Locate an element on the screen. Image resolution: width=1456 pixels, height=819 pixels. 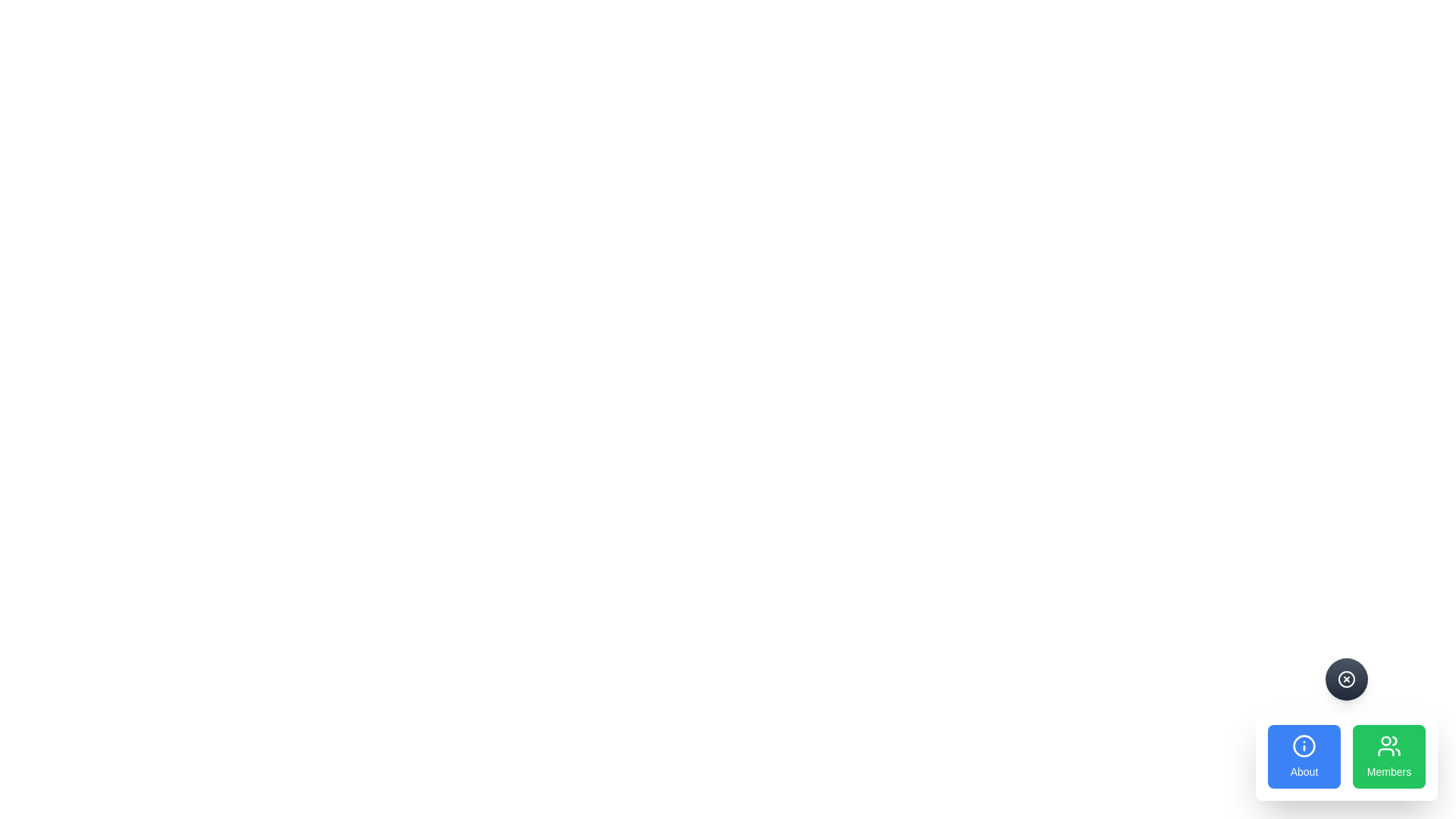
the circular icon with an 'X' shape in the center is located at coordinates (1347, 678).